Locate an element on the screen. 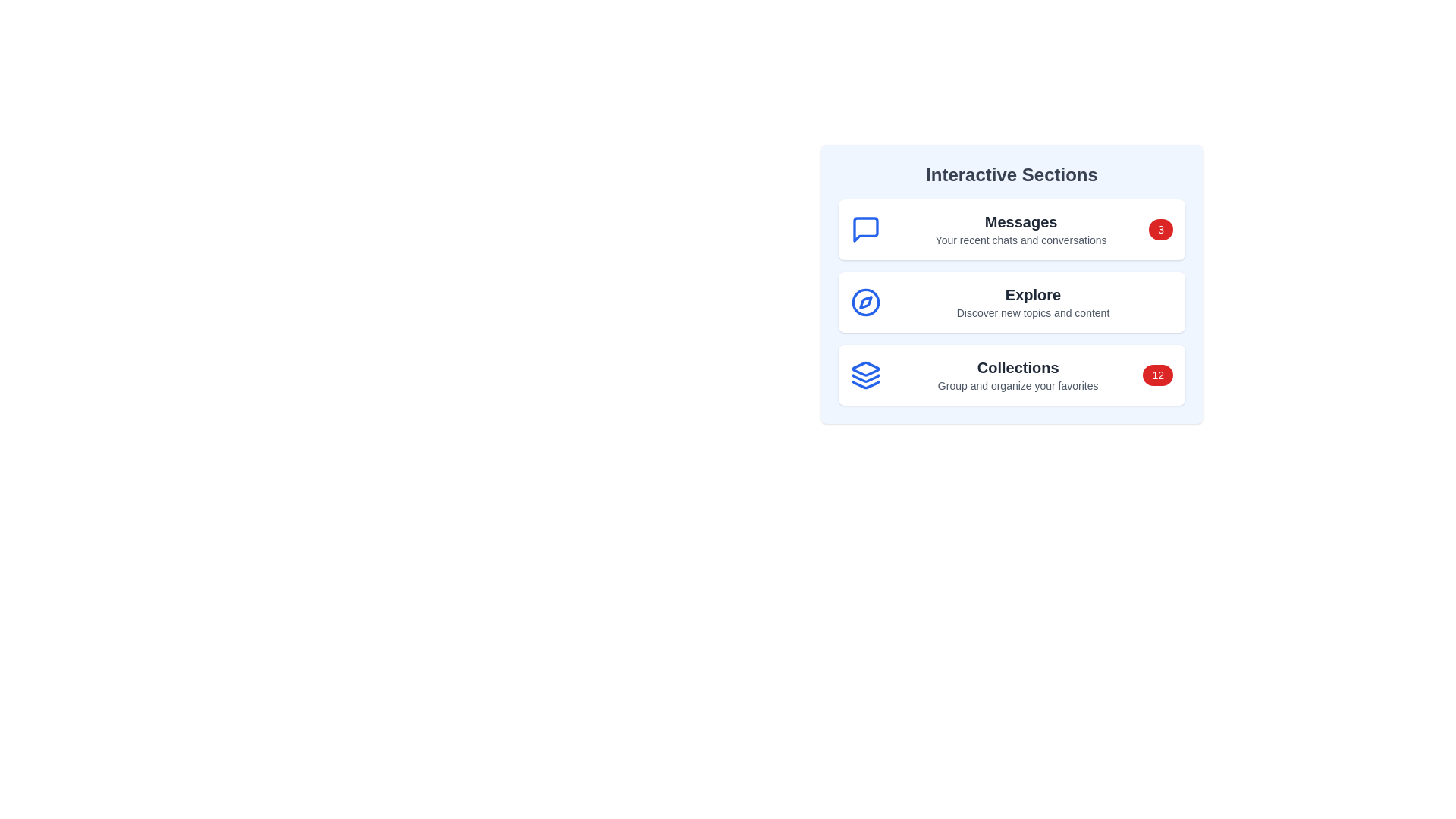 The image size is (1456, 819). the section titled Explore is located at coordinates (1012, 302).